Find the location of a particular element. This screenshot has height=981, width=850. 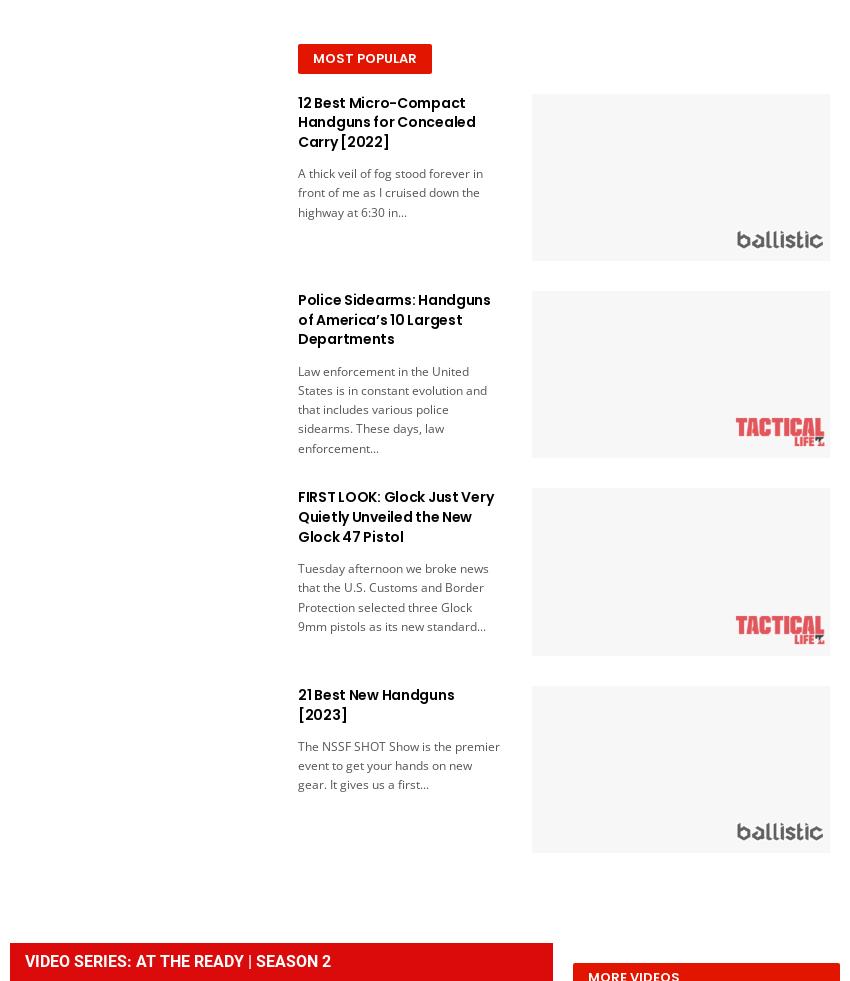

'AT THE READY | SEASON 2' is located at coordinates (136, 961).